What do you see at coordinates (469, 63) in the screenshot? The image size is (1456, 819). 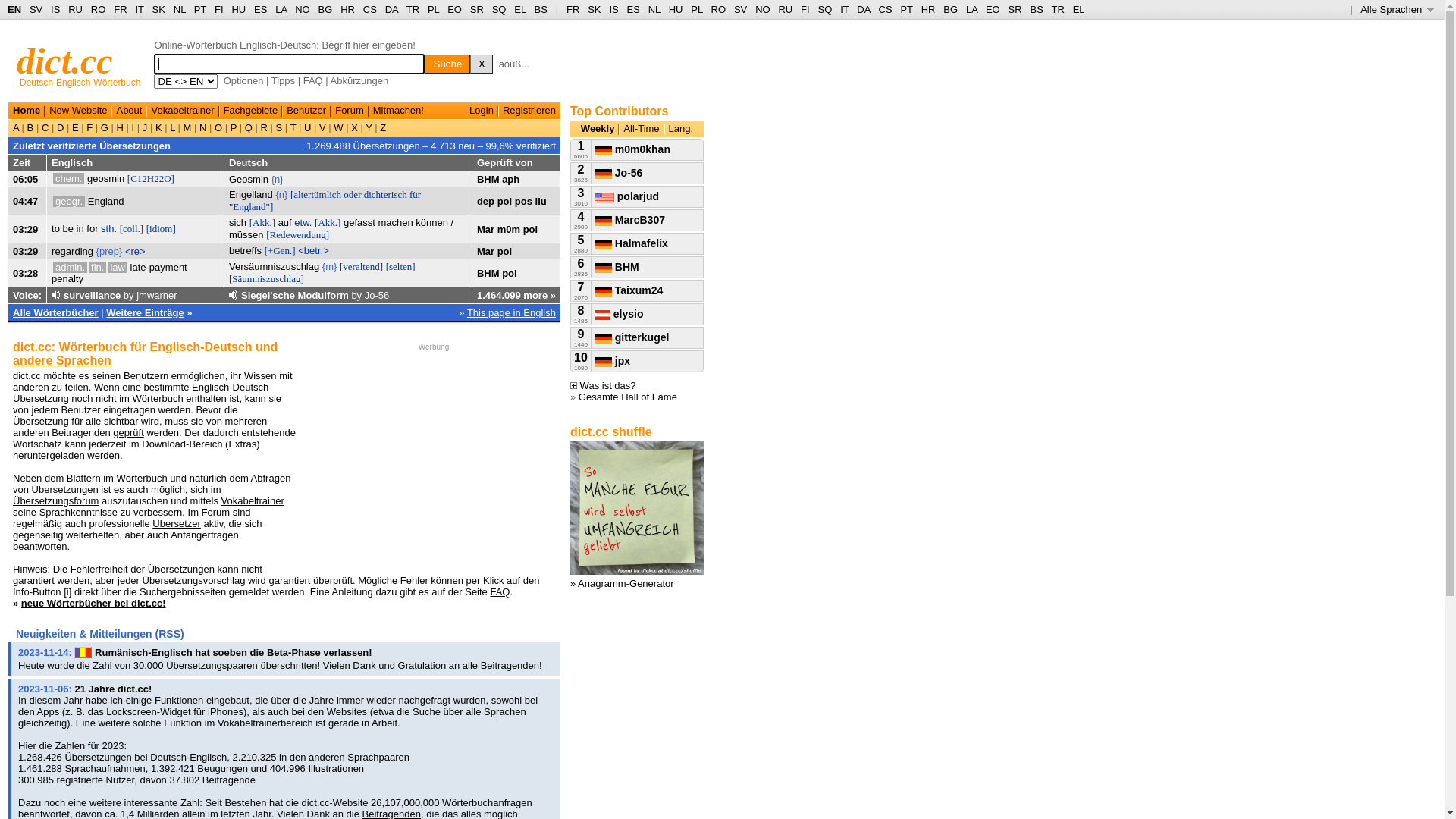 I see `'X'` at bounding box center [469, 63].